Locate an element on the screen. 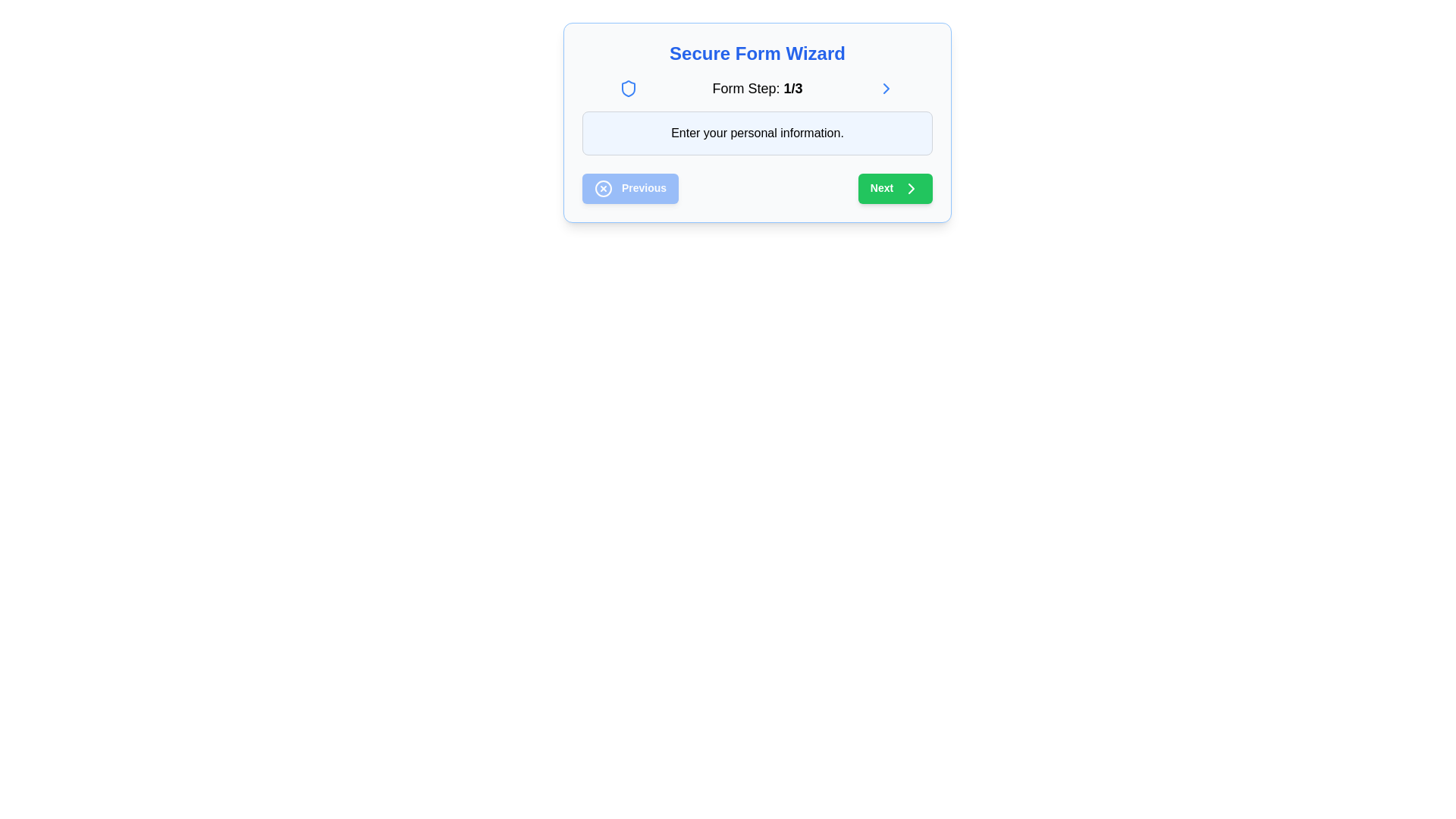 This screenshot has height=819, width=1456. the Text with icons (progress identifier) that indicates the current step of the multi-step form, located below 'Secure Form Wizard' and above 'Enter your personal information.' is located at coordinates (757, 88).